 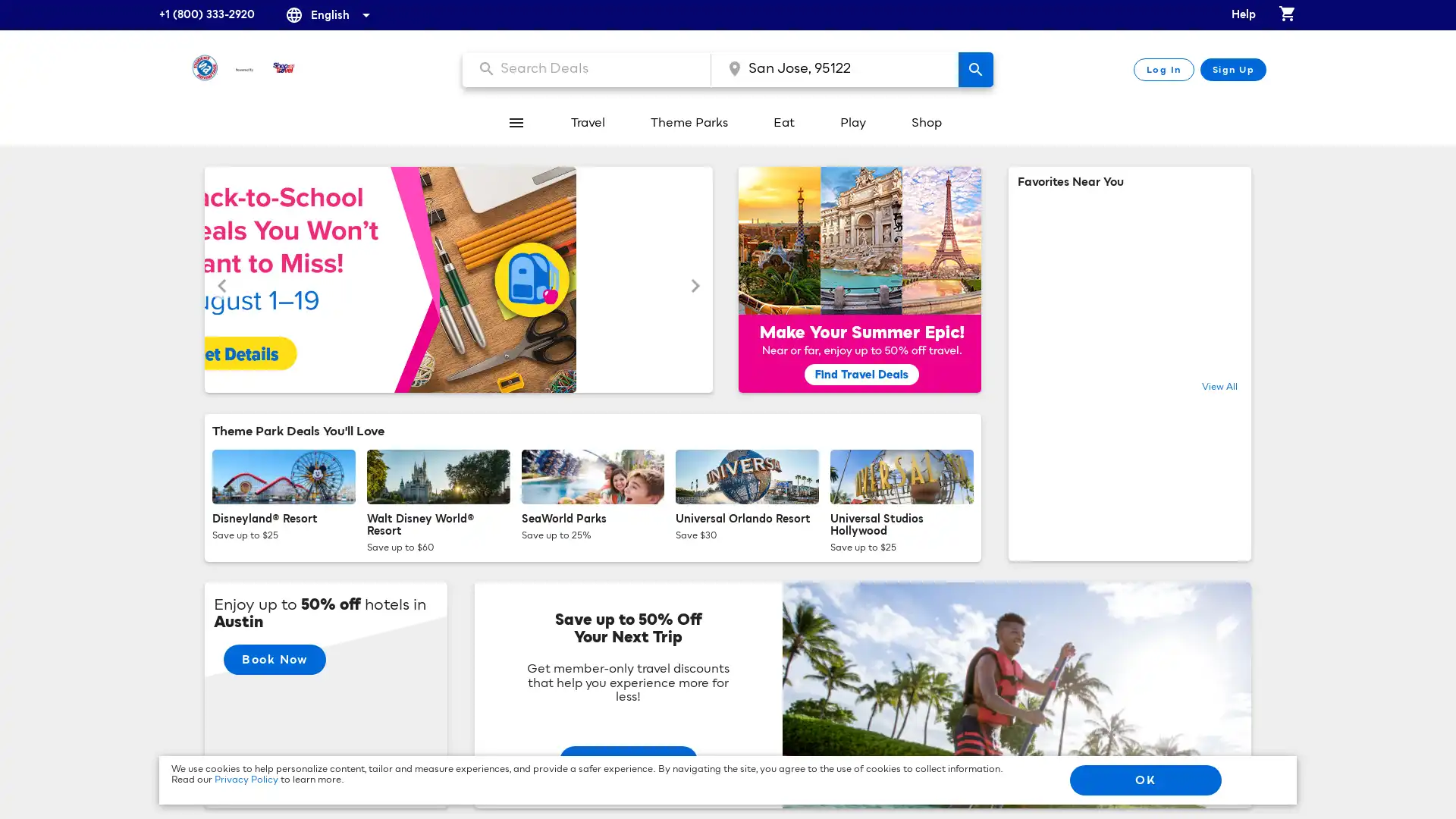 I want to click on Skip to content, so click(x=5, y=5).